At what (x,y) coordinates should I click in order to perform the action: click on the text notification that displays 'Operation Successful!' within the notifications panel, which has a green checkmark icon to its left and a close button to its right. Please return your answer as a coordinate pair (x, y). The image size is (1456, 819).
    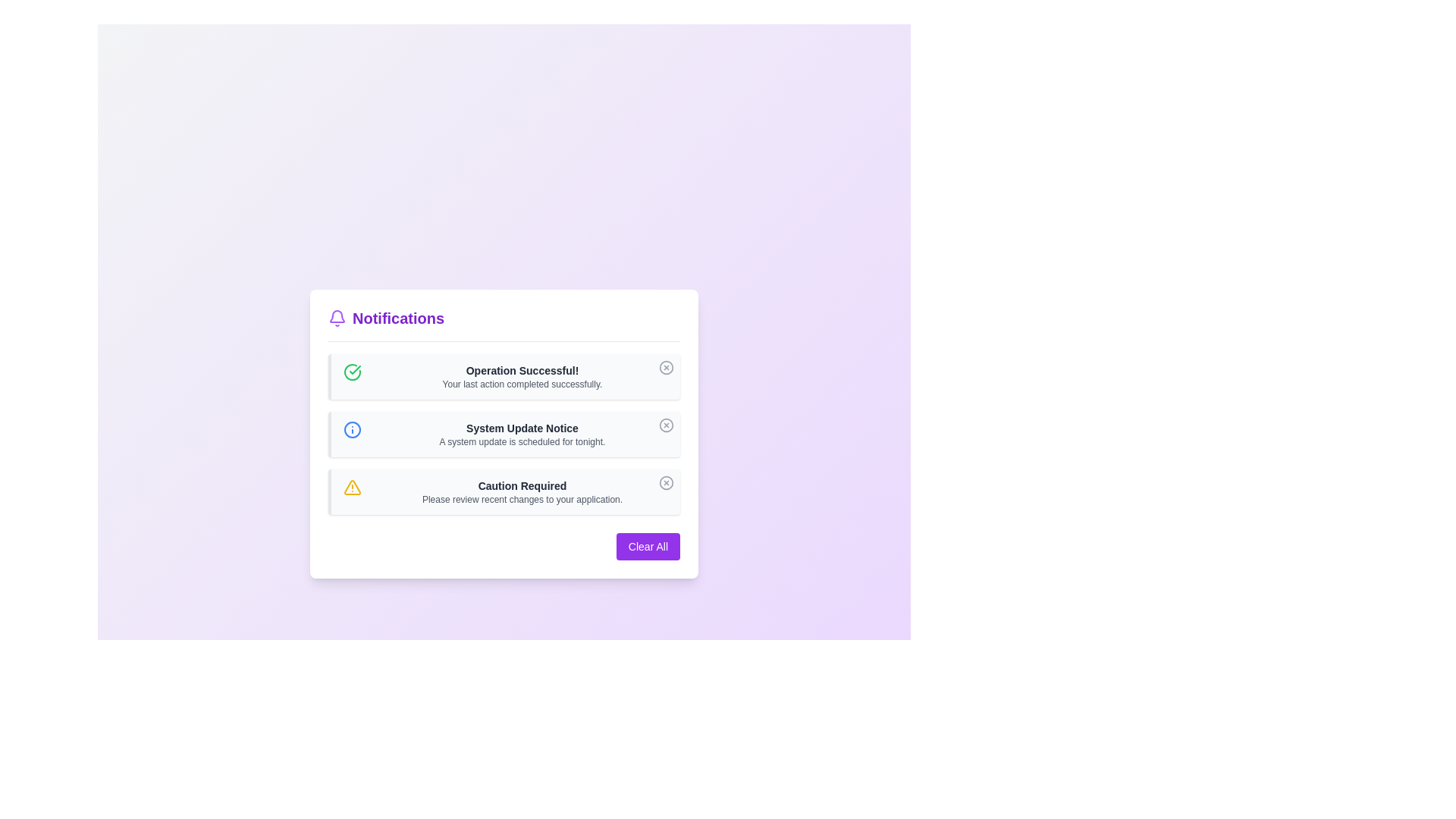
    Looking at the image, I should click on (522, 375).